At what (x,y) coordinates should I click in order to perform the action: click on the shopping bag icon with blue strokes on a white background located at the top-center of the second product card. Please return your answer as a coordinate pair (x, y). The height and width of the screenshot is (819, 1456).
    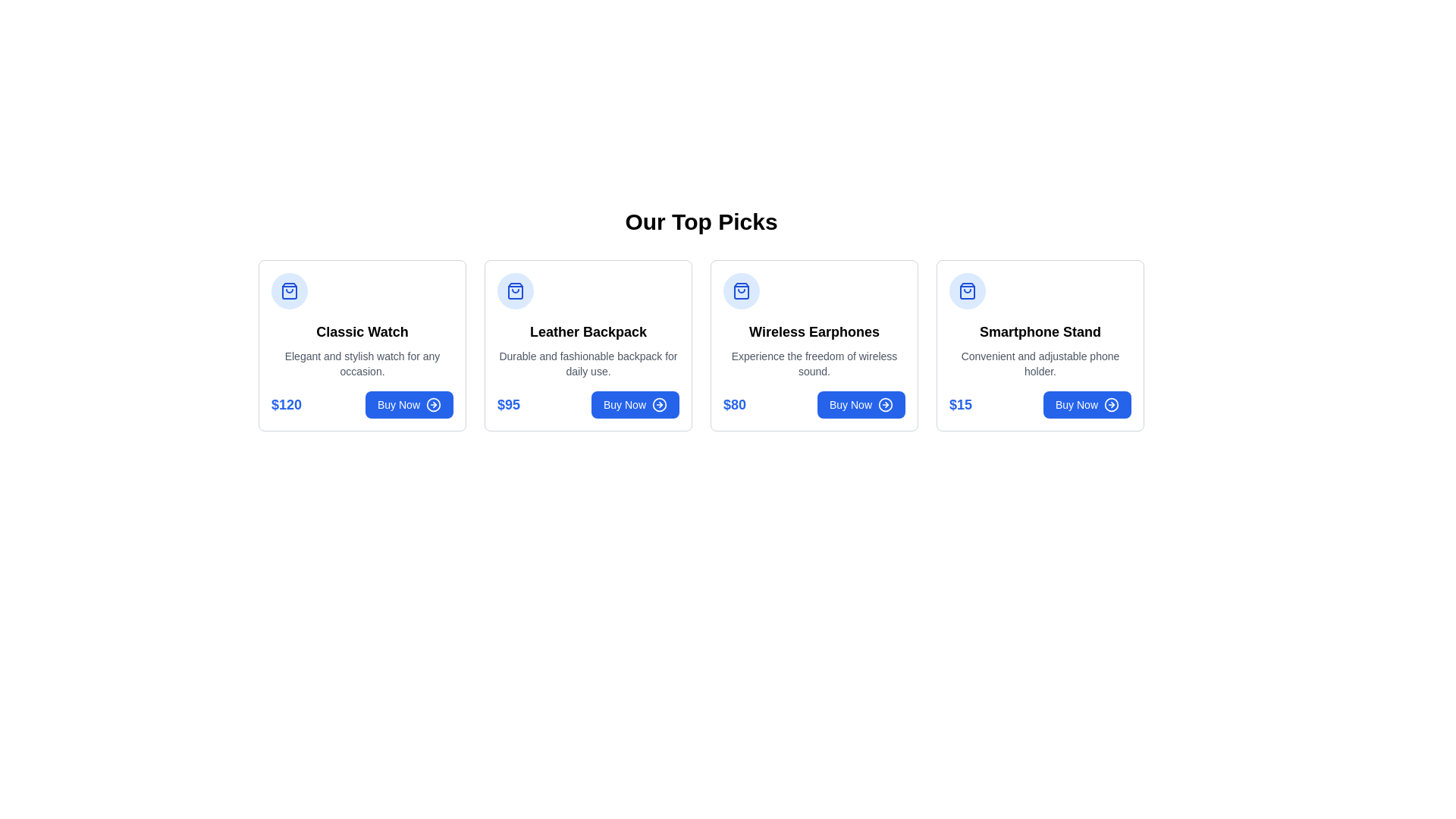
    Looking at the image, I should click on (967, 291).